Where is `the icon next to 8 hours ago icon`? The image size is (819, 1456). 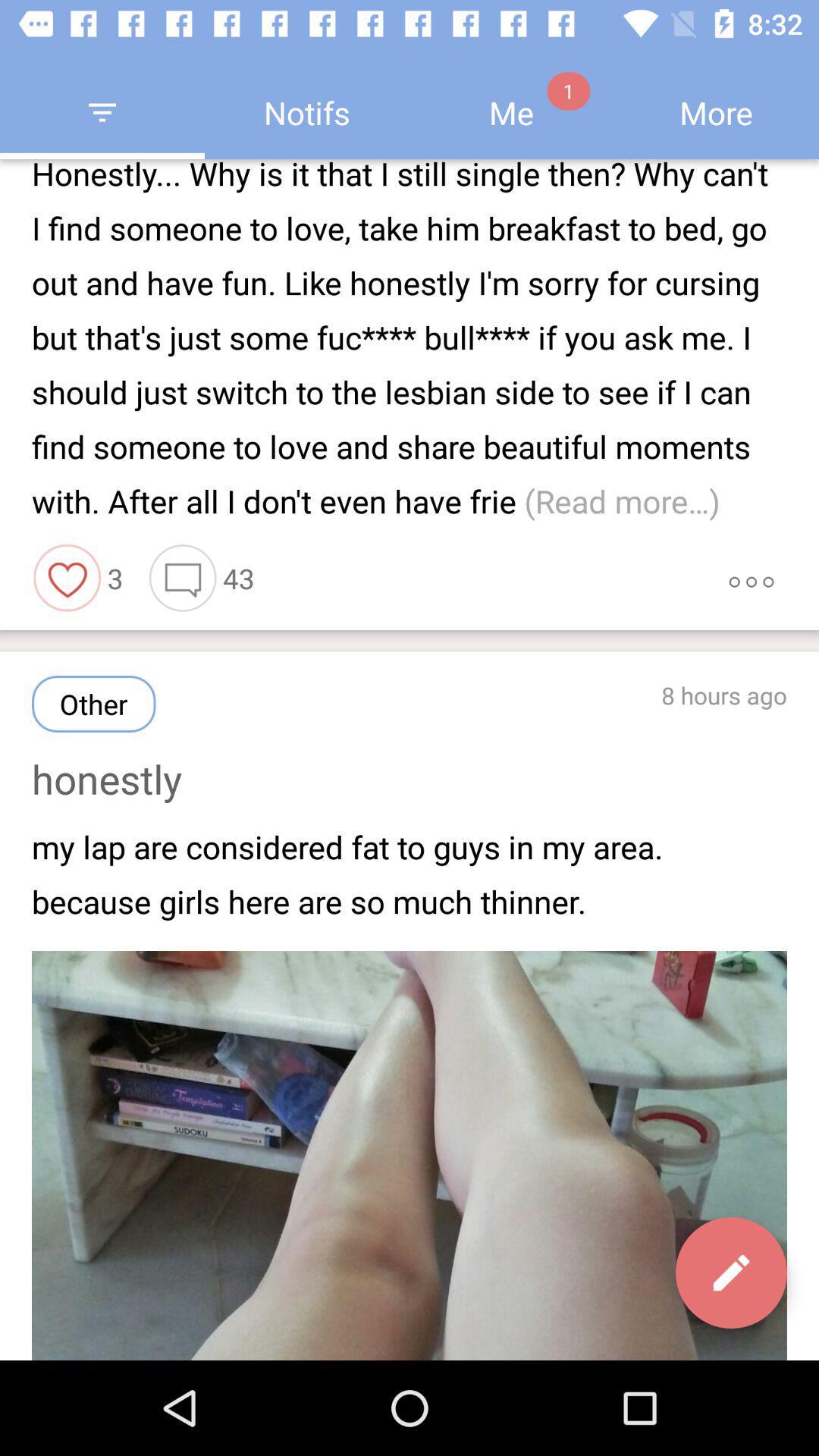
the icon next to 8 hours ago icon is located at coordinates (93, 703).